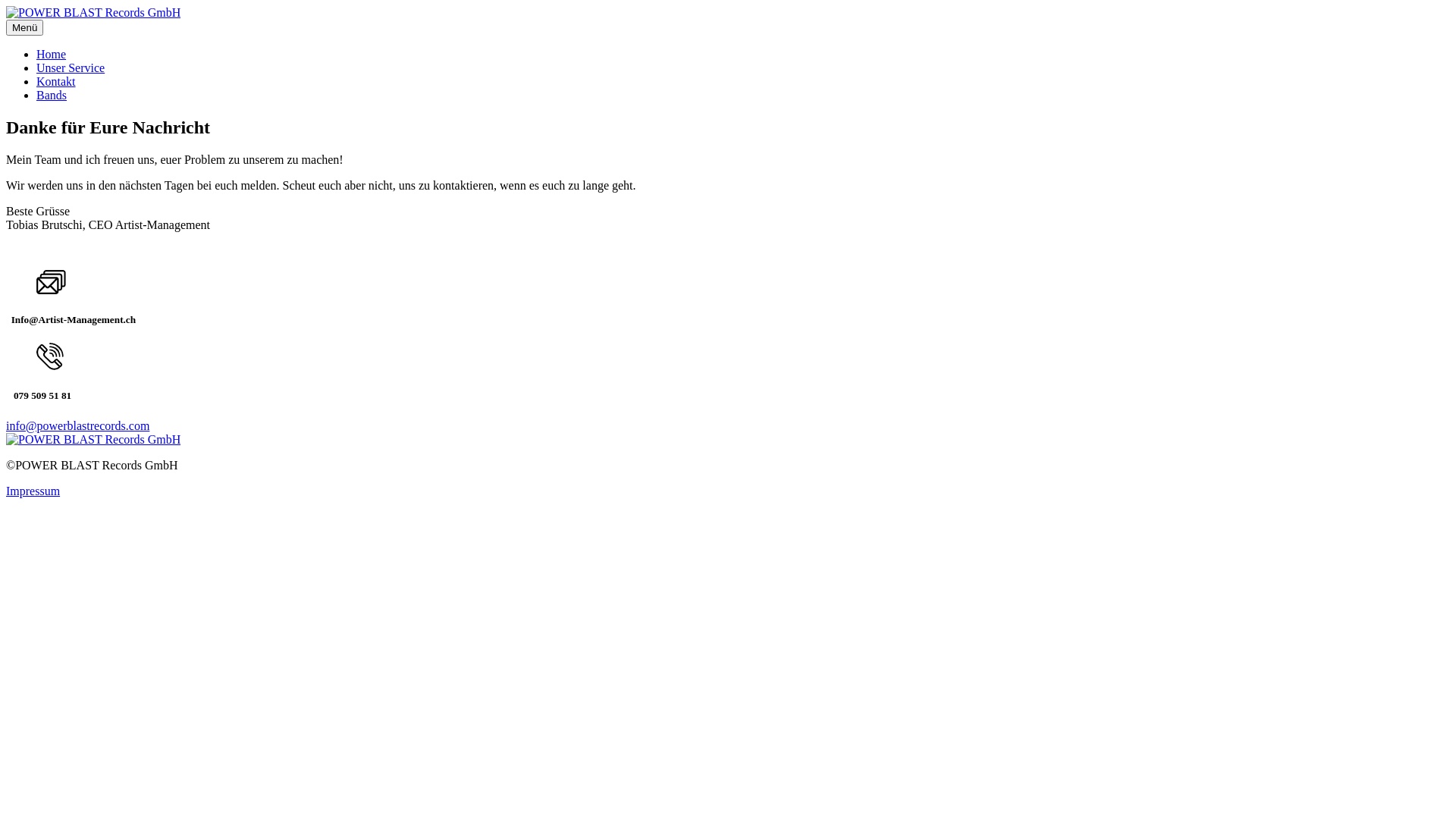  What do you see at coordinates (36, 67) in the screenshot?
I see `'Unser Service'` at bounding box center [36, 67].